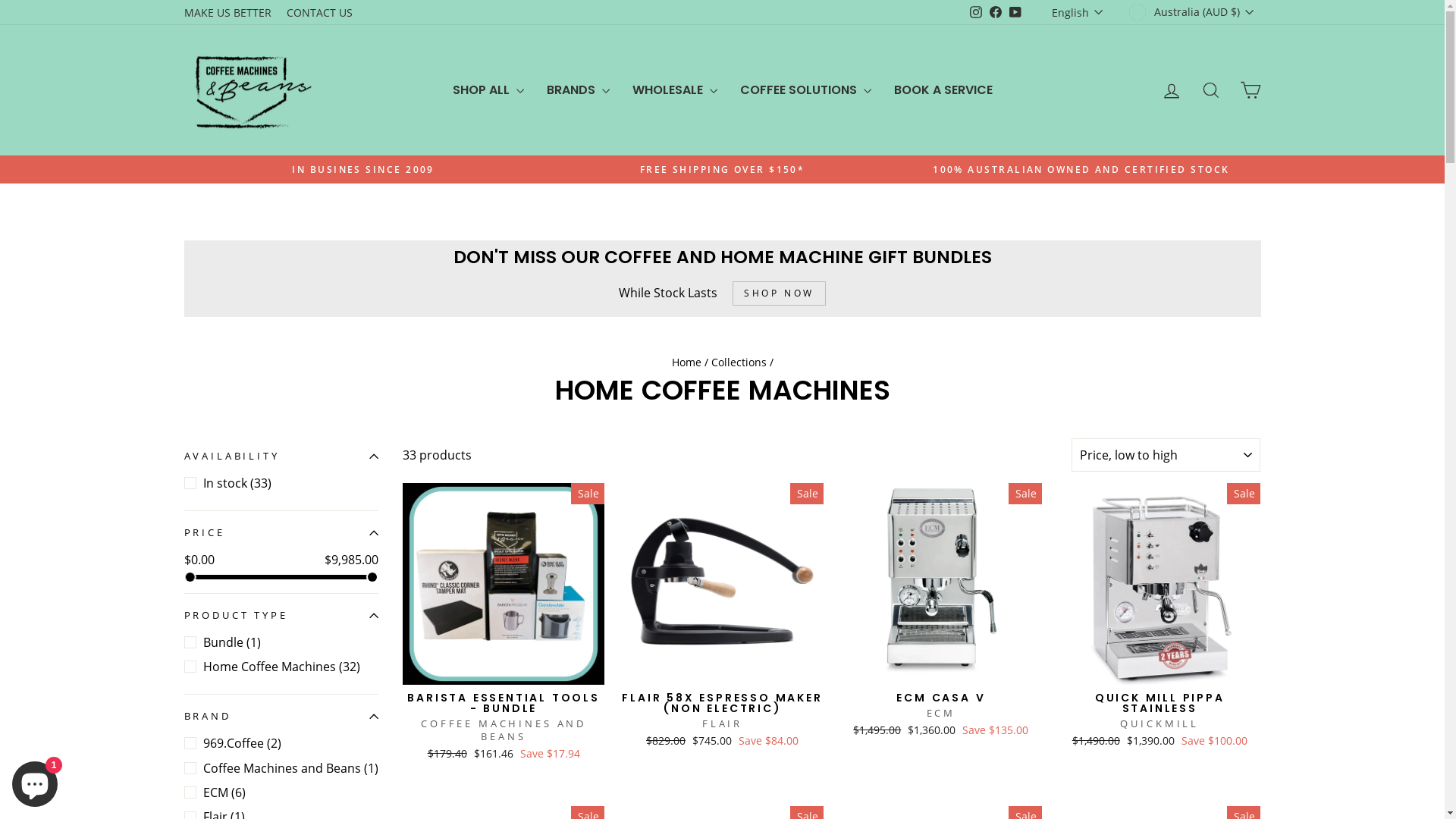  What do you see at coordinates (721, 169) in the screenshot?
I see `'FREE SHIPPING OVER $150*'` at bounding box center [721, 169].